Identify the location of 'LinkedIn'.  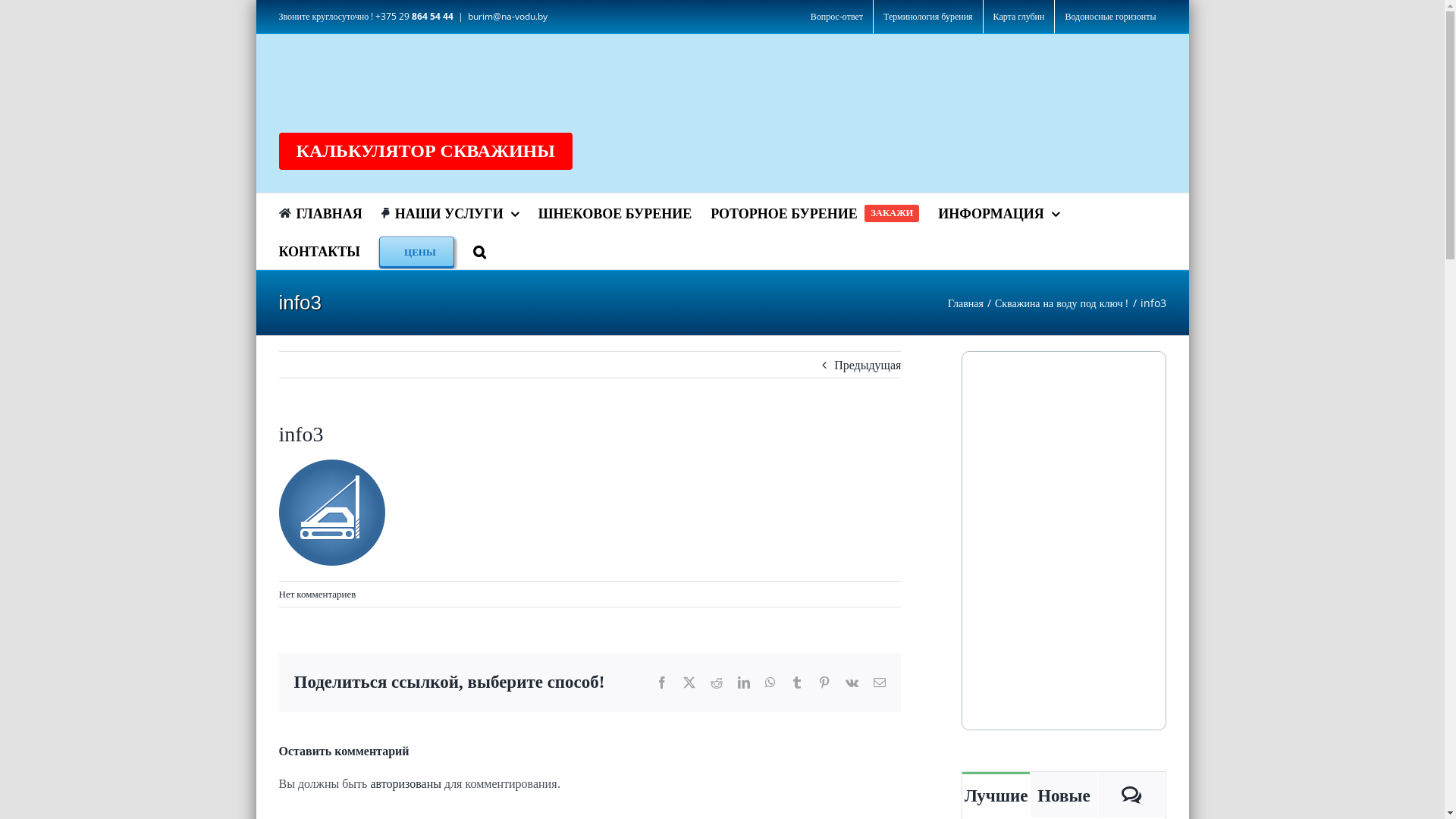
(743, 681).